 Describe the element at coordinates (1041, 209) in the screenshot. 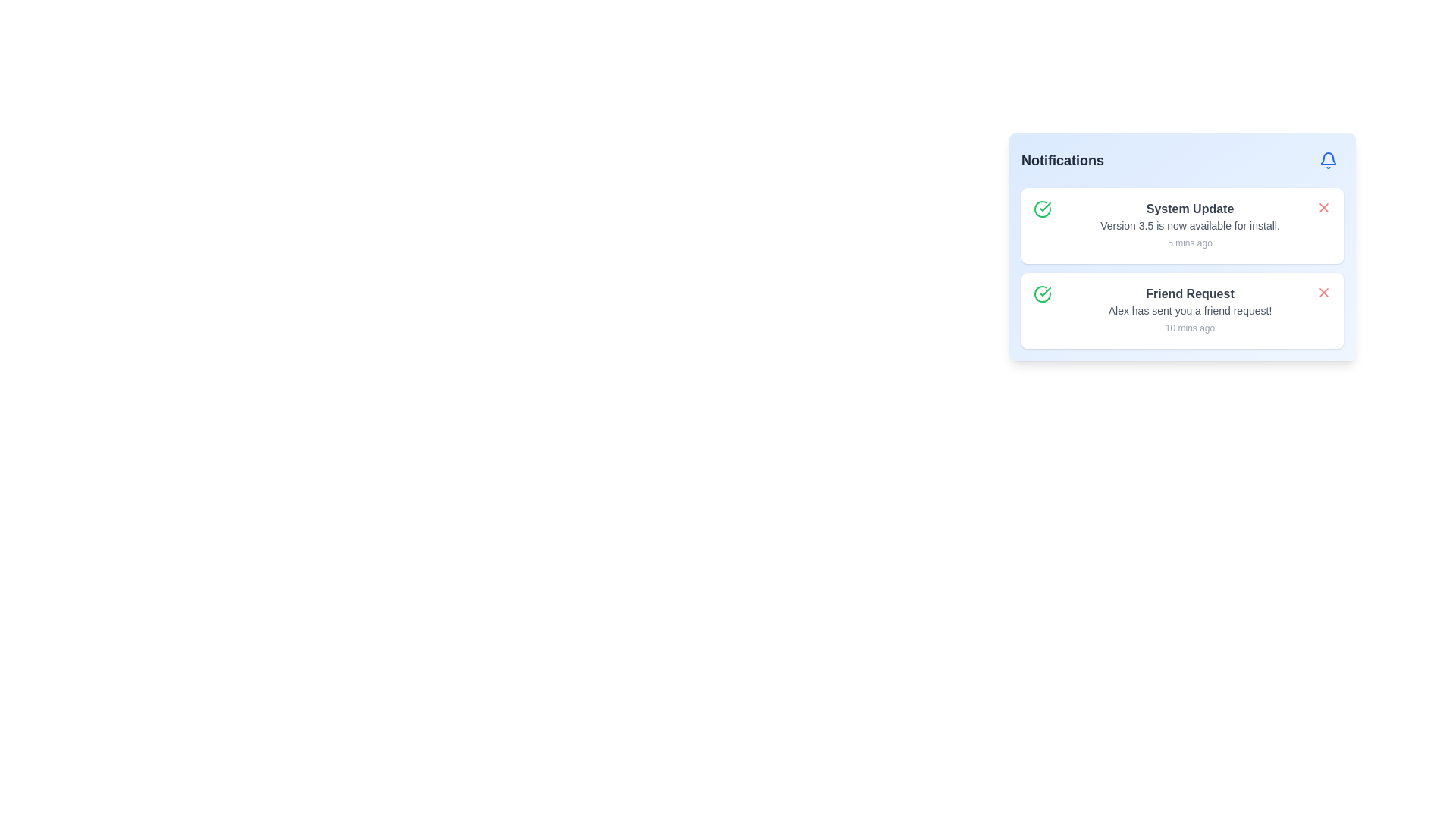

I see `the circular outline of the green checkmark icon on the left side of the 'Friend Request' notification card in the notification panel` at that location.